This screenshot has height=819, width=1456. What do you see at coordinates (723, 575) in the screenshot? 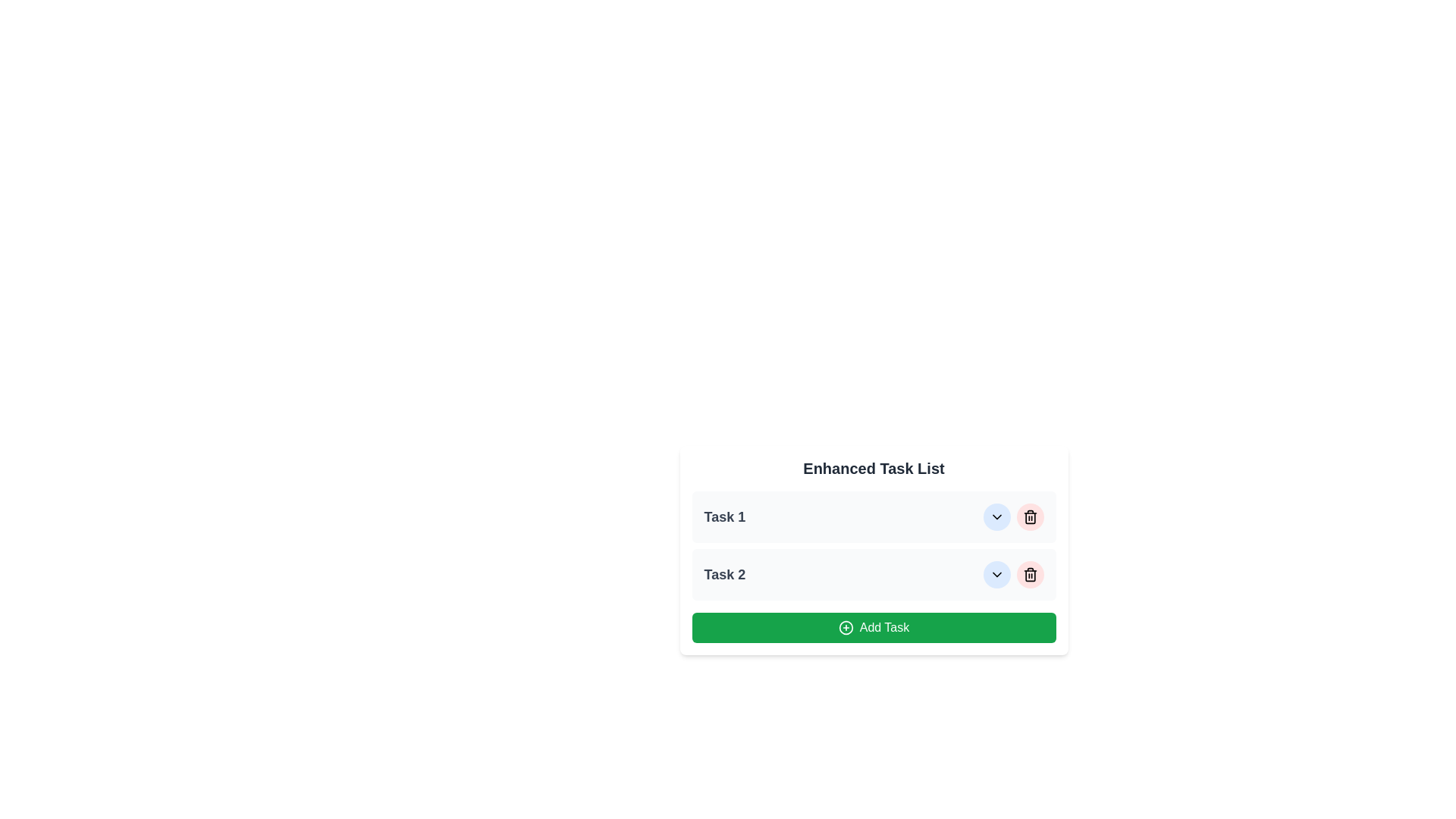
I see `text label that displays 'Task 2', which is located in the second row of the vertical task list layout and is adjacent to interactive icons` at bounding box center [723, 575].